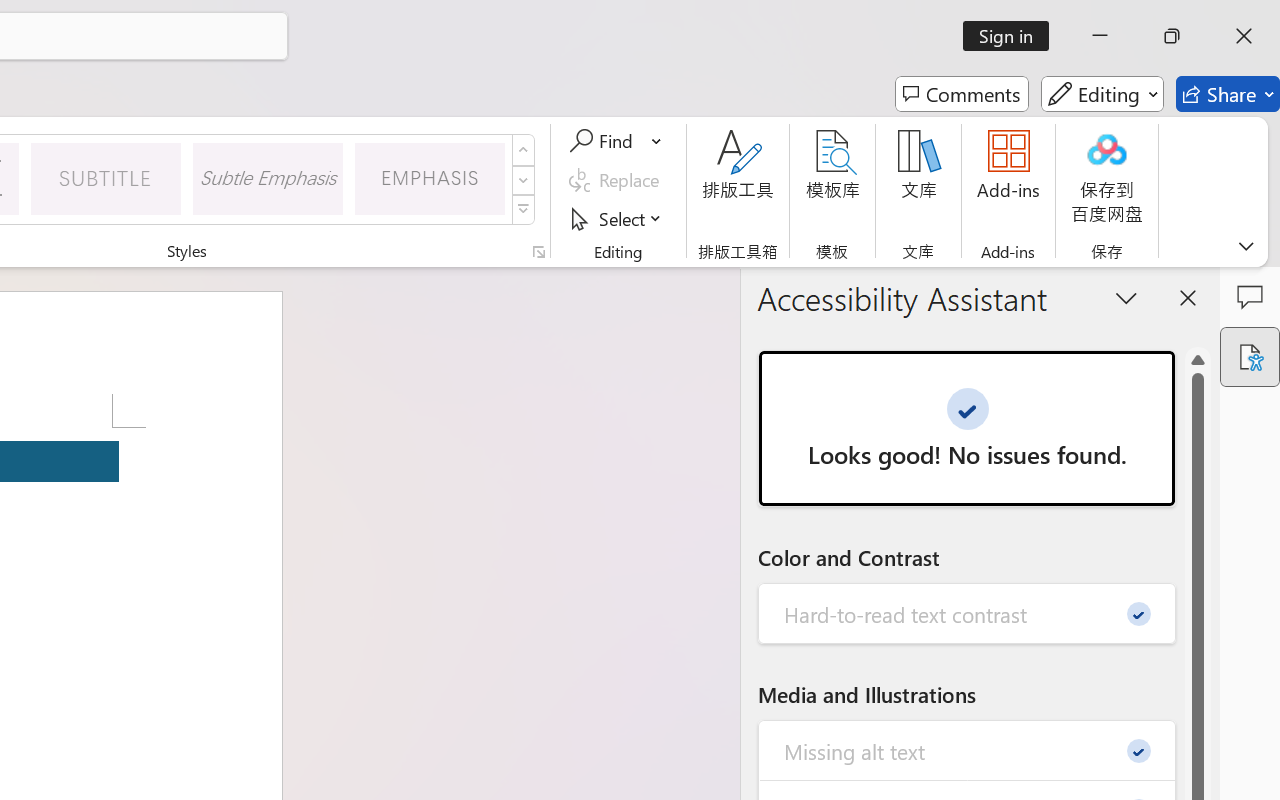  Describe the element at coordinates (105, 177) in the screenshot. I see `'Subtitle'` at that location.